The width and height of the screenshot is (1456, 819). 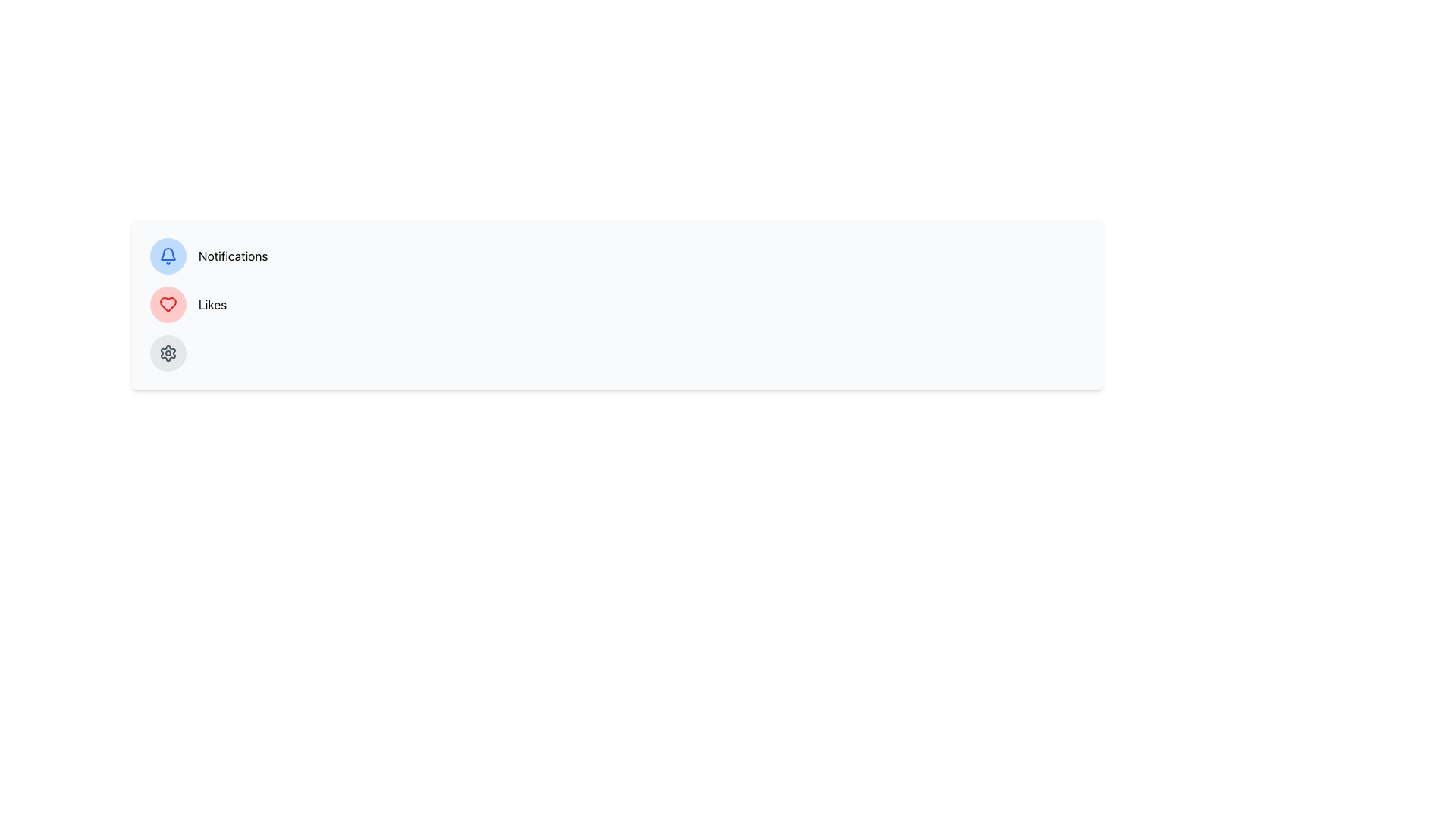 I want to click on the heart-shaped 'like' icon located, so click(x=168, y=304).